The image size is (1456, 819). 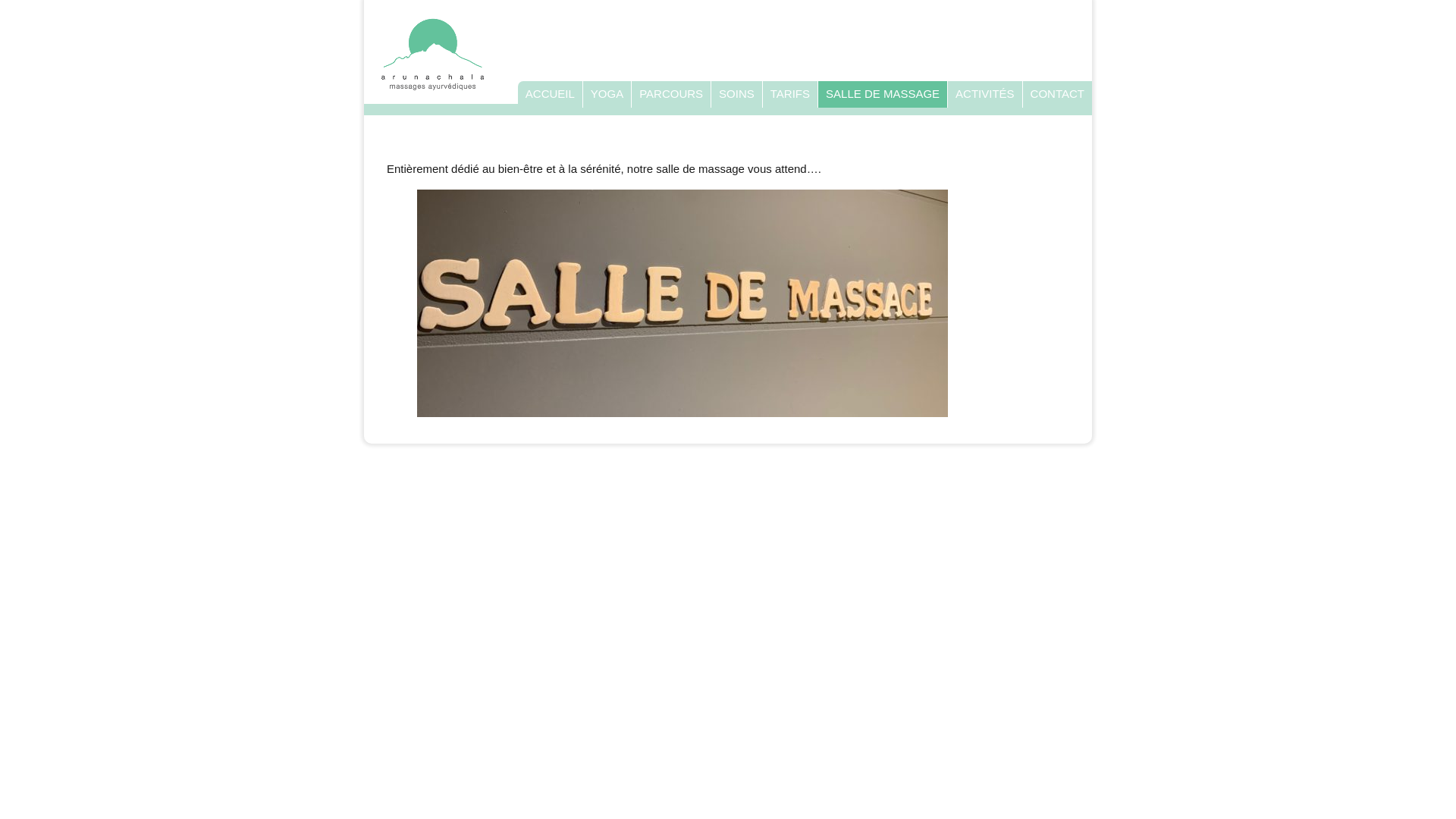 I want to click on 'Logo Arunachala', so click(x=378, y=52).